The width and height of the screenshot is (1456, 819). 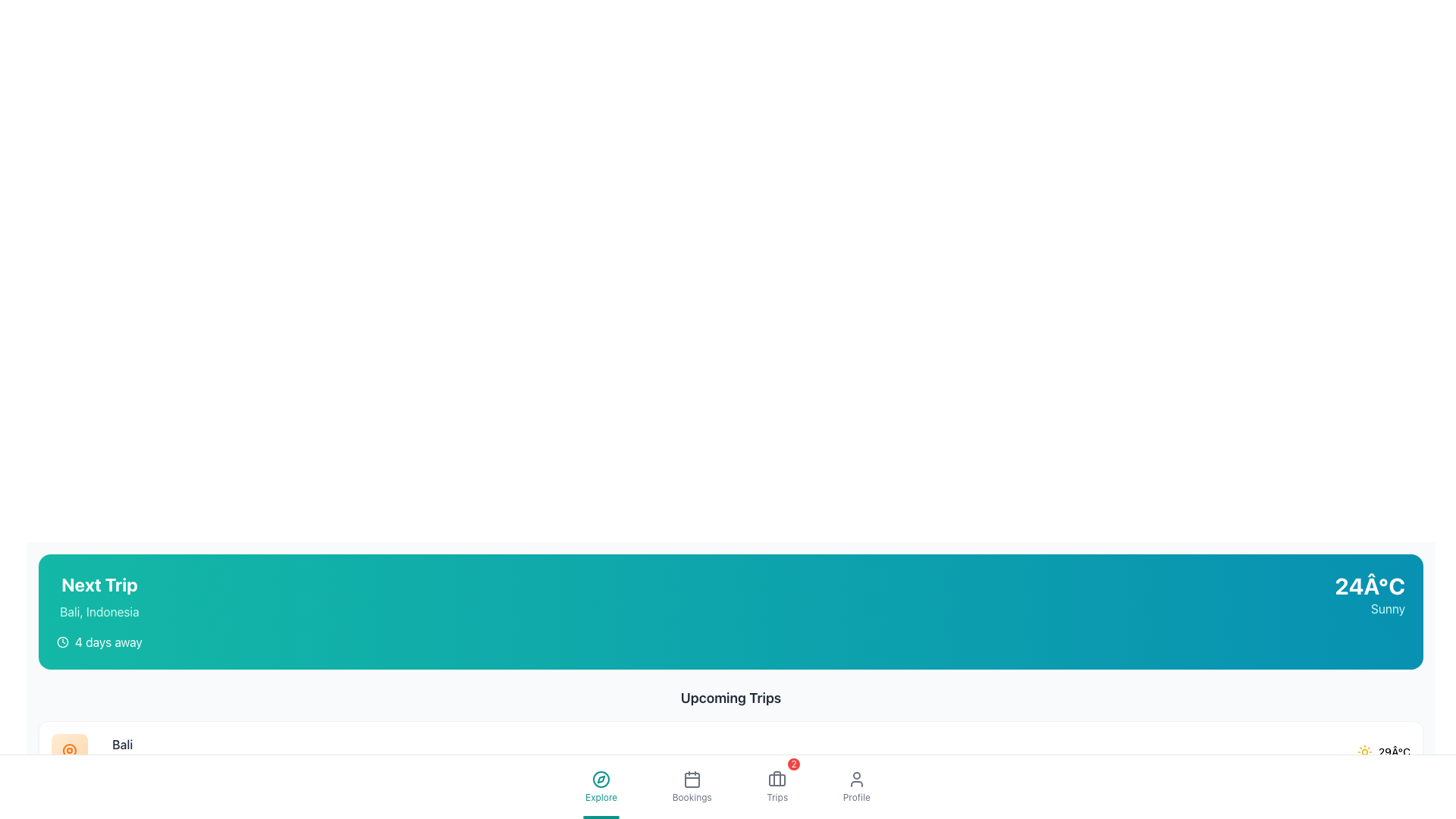 I want to click on text label 'Bali', which is styled in bold and dark gray, located within a card-like interface representing a travel destination, so click(x=122, y=744).